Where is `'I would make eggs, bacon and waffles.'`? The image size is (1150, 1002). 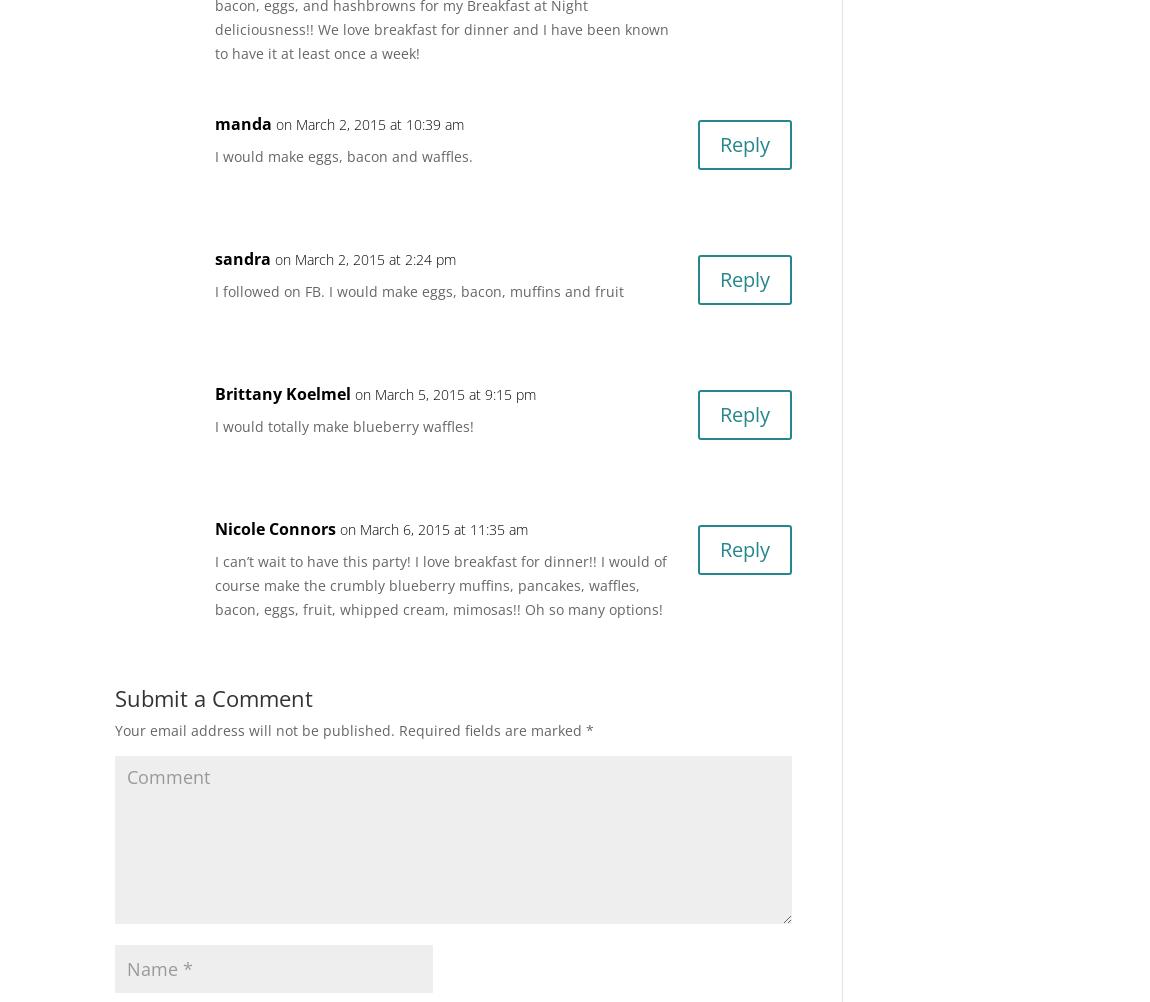
'I would make eggs, bacon and waffles.' is located at coordinates (343, 155).